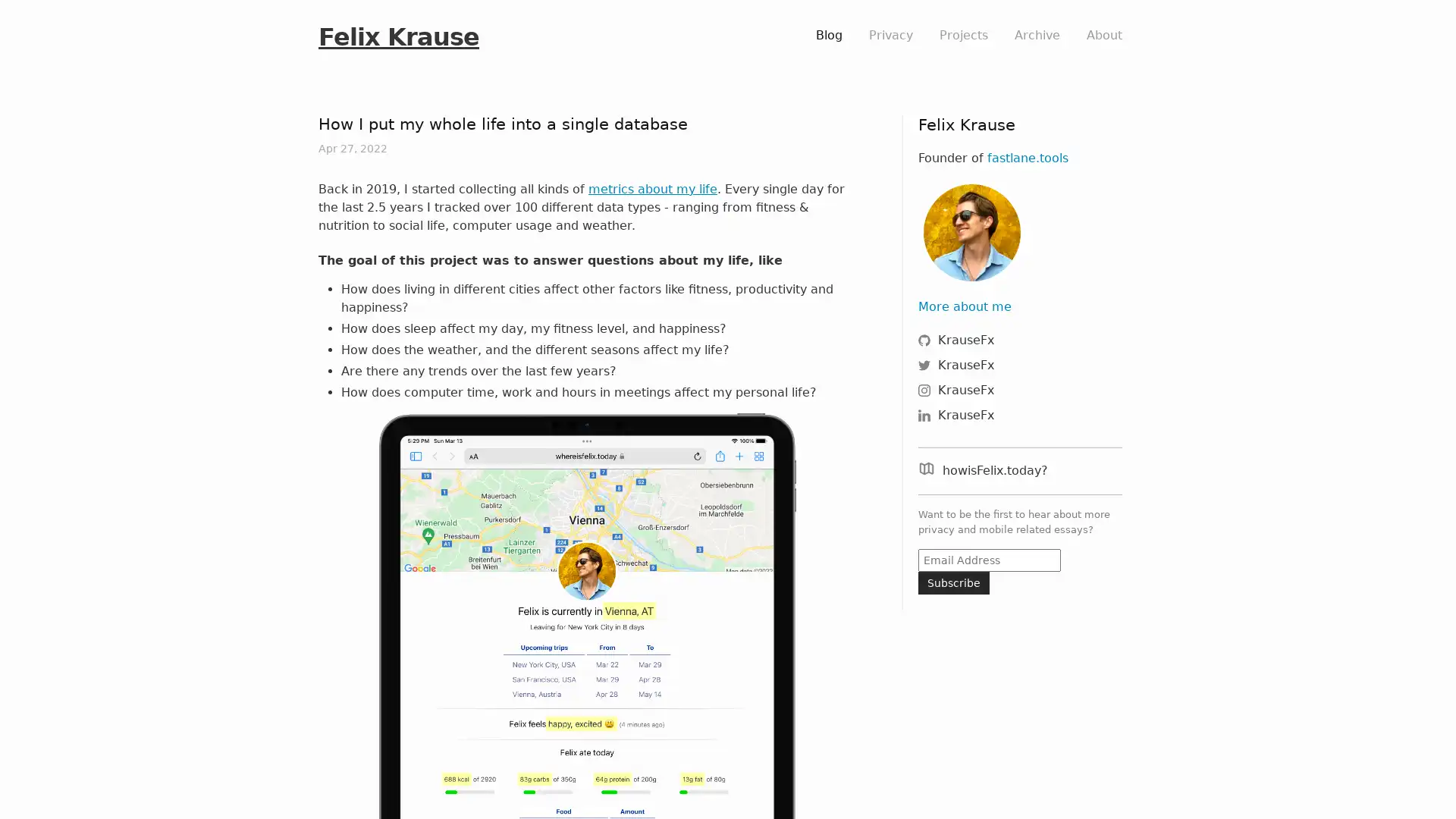 This screenshot has width=1456, height=819. I want to click on Subscribe, so click(952, 581).